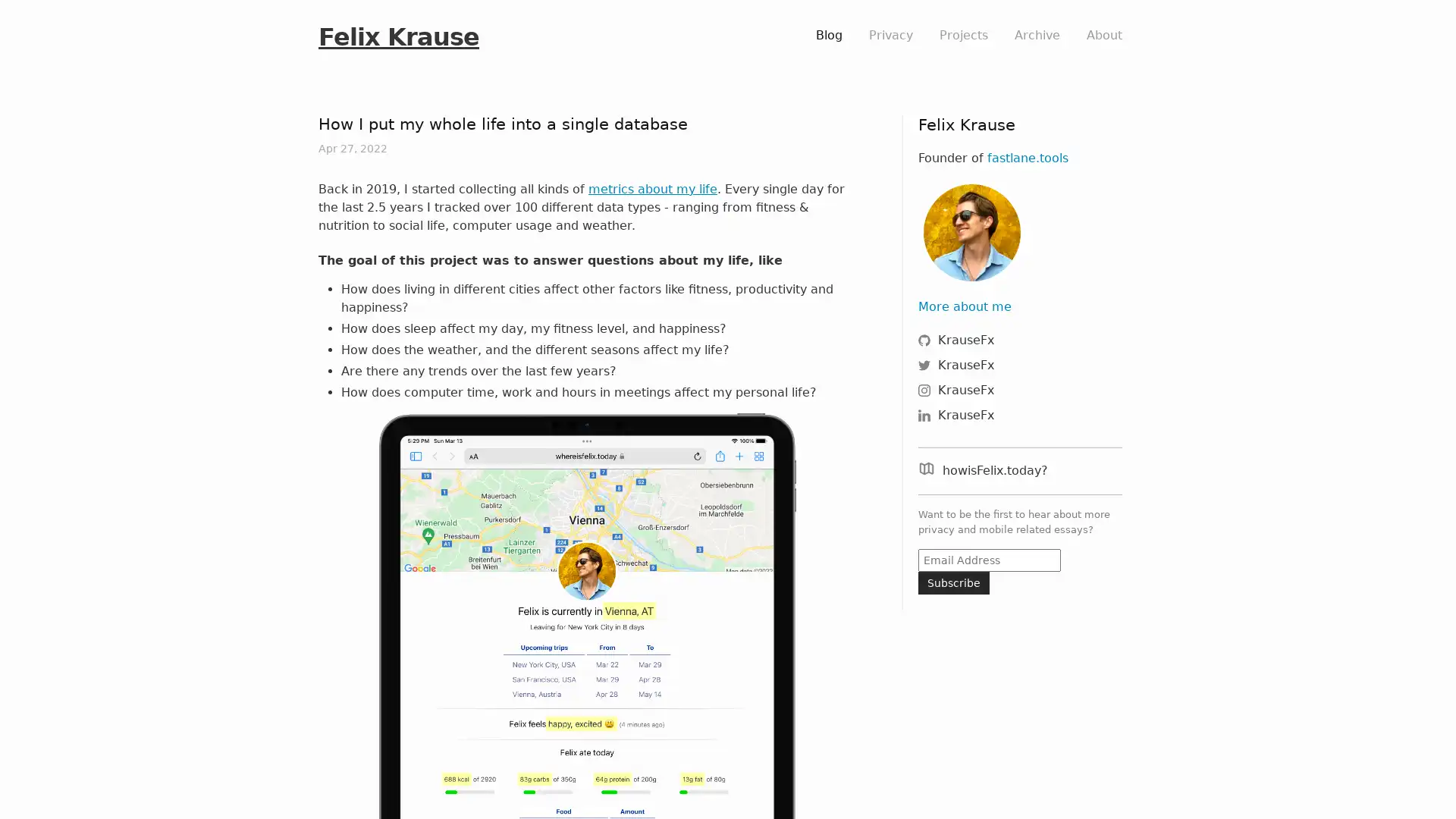 This screenshot has width=1456, height=819. I want to click on Subscribe, so click(952, 581).